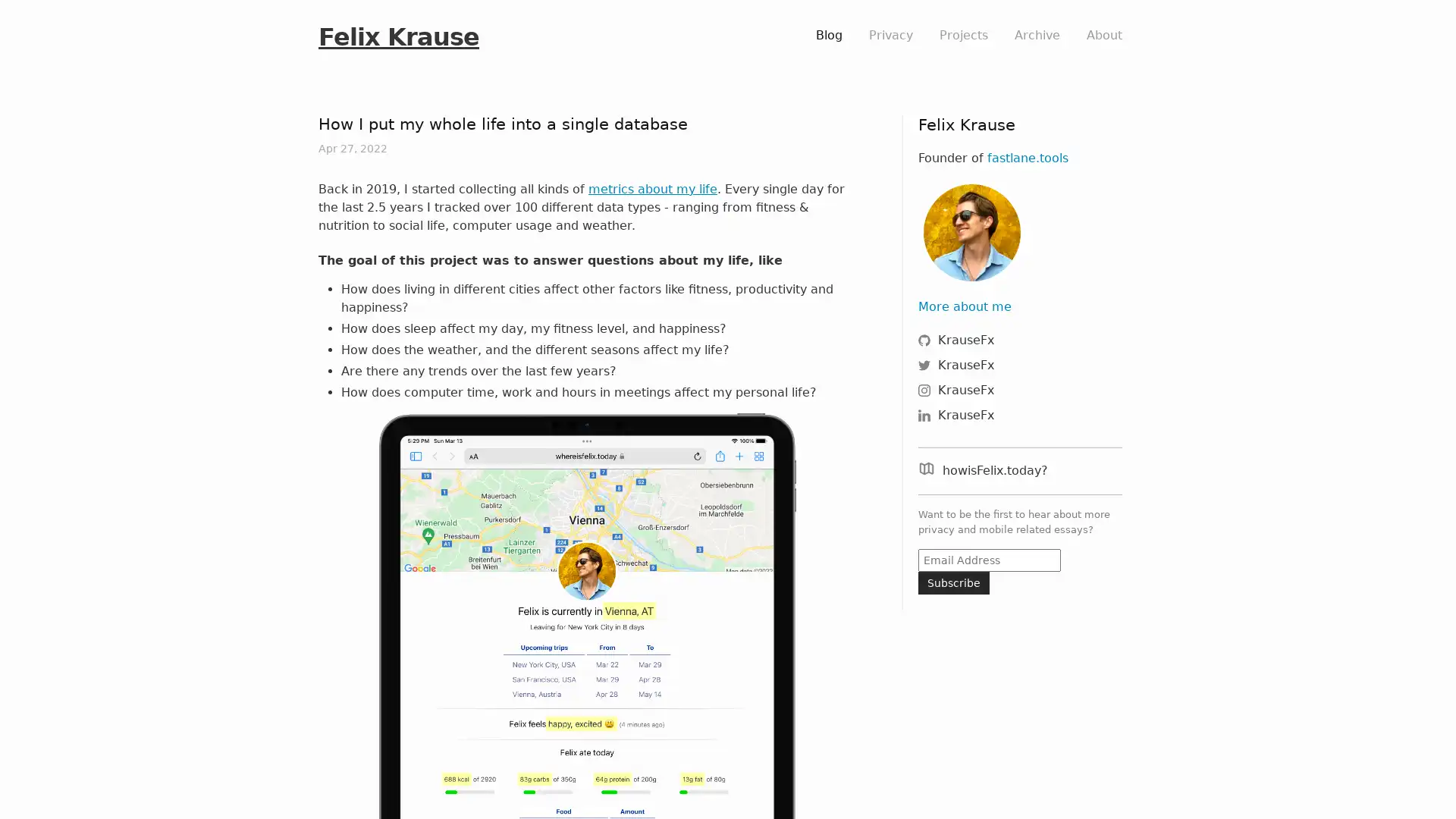 This screenshot has width=1456, height=819. I want to click on Subscribe, so click(952, 581).